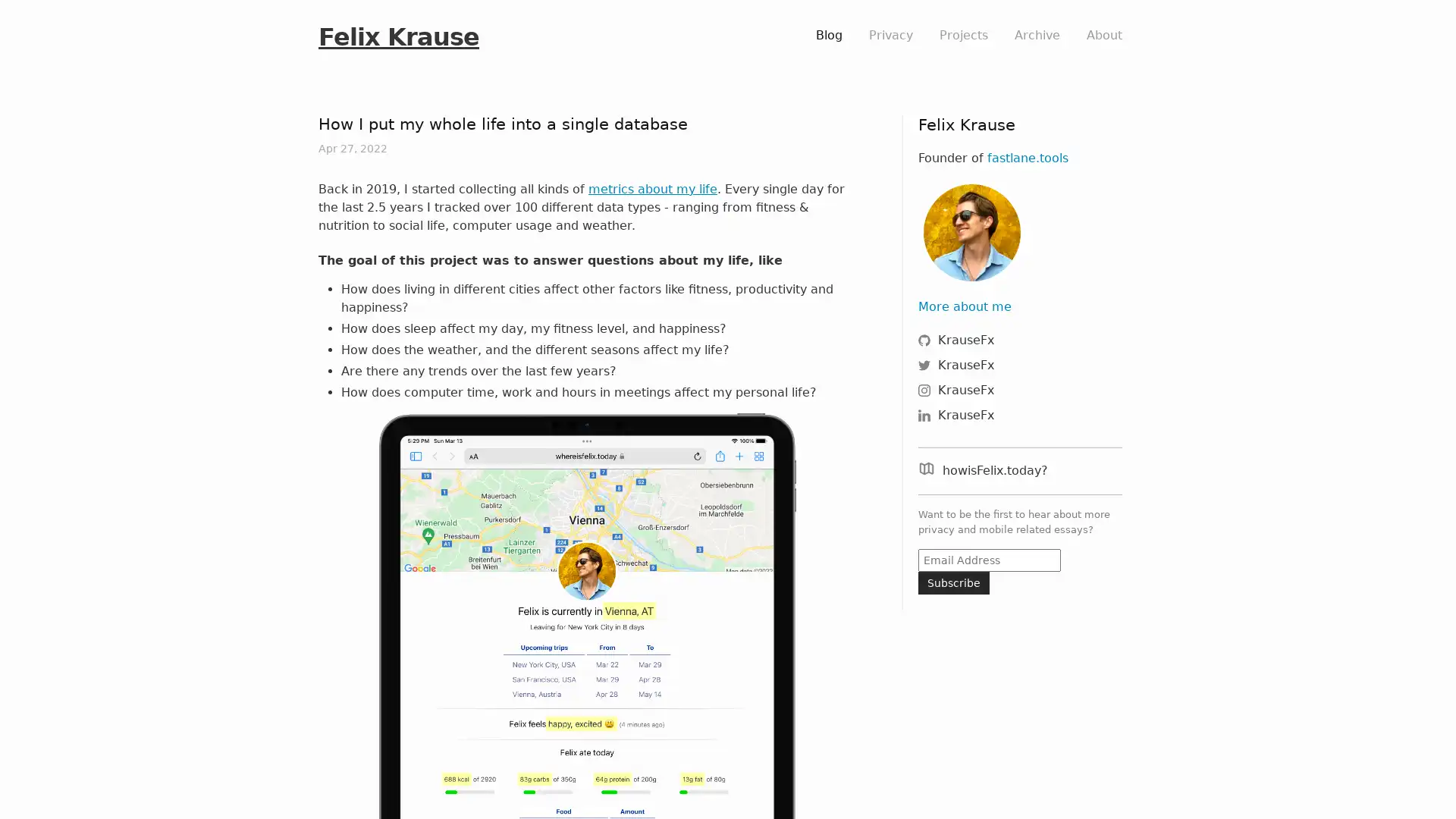 This screenshot has width=1456, height=819. I want to click on Subscribe, so click(952, 581).